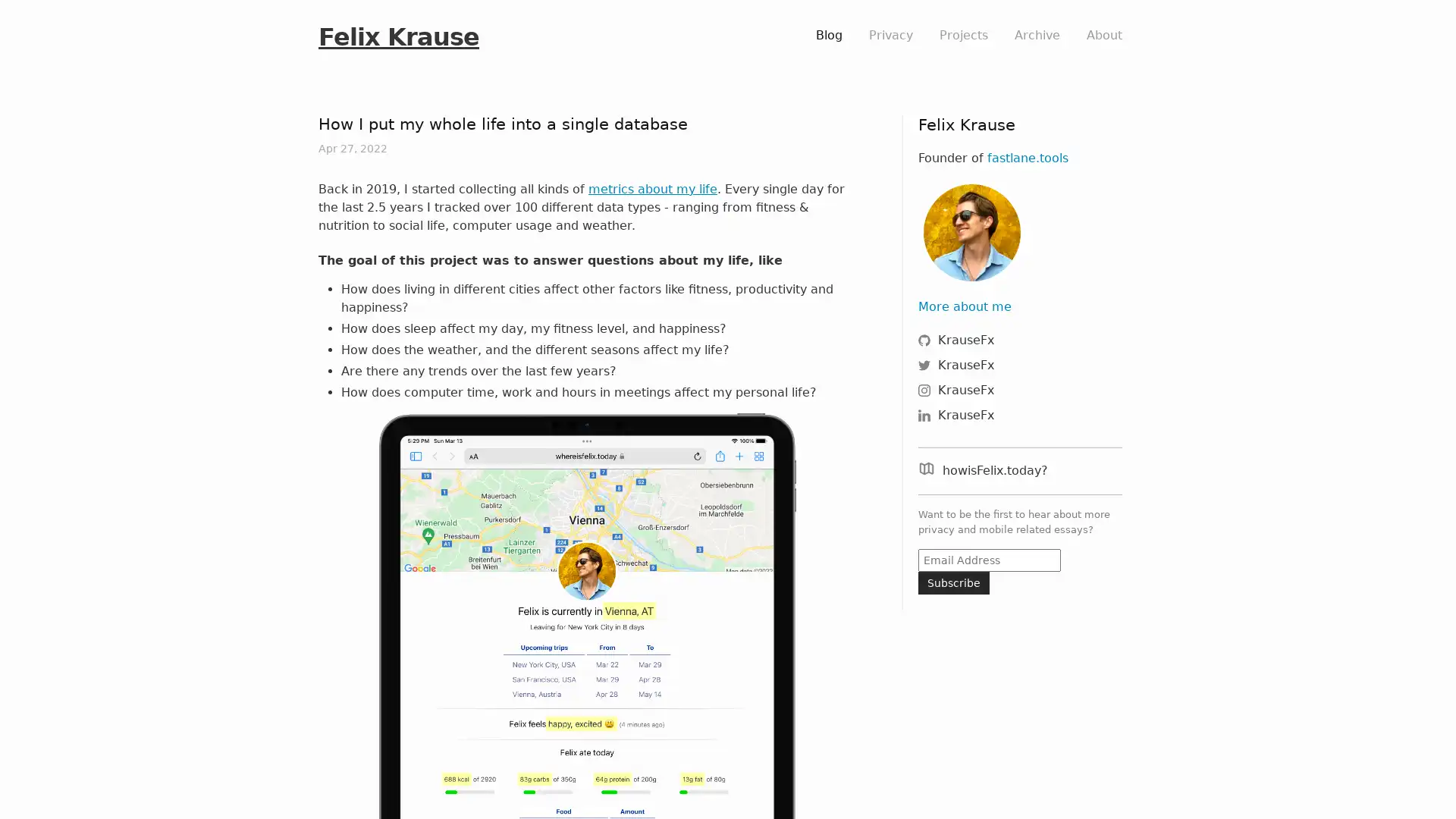 This screenshot has width=1456, height=819. I want to click on Subscribe, so click(952, 581).